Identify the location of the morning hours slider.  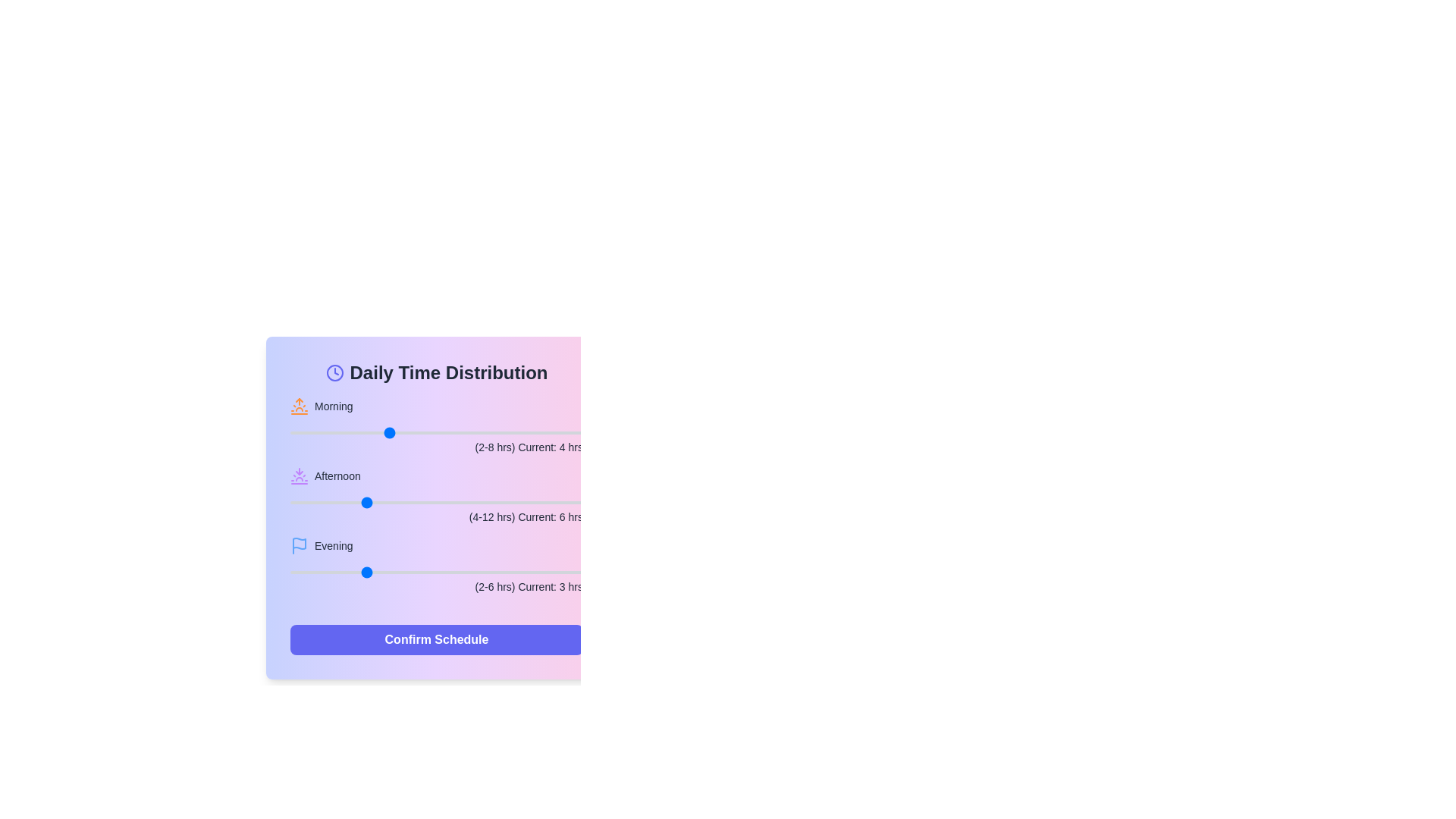
(485, 432).